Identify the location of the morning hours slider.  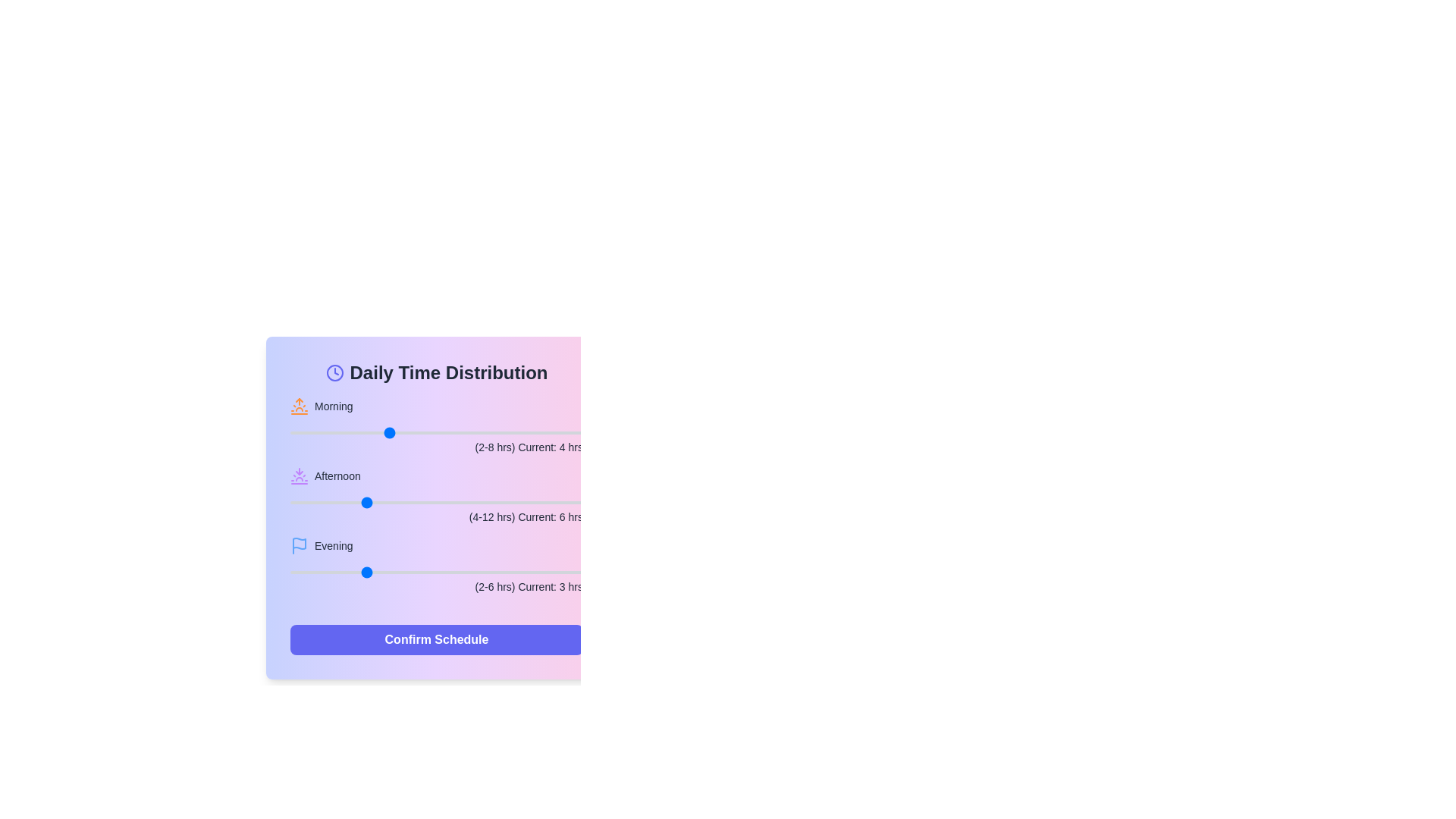
(485, 432).